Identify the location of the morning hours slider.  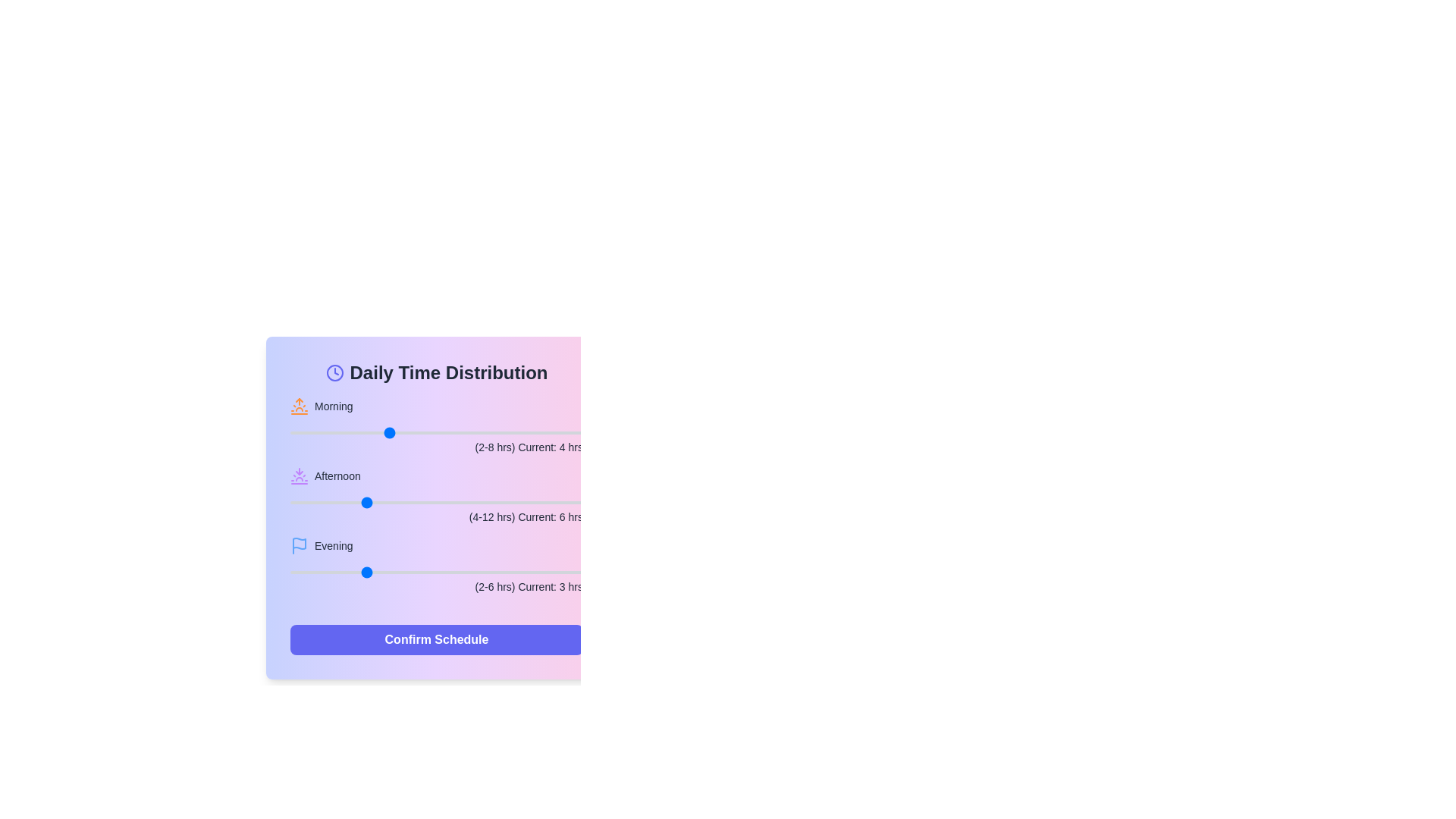
(485, 432).